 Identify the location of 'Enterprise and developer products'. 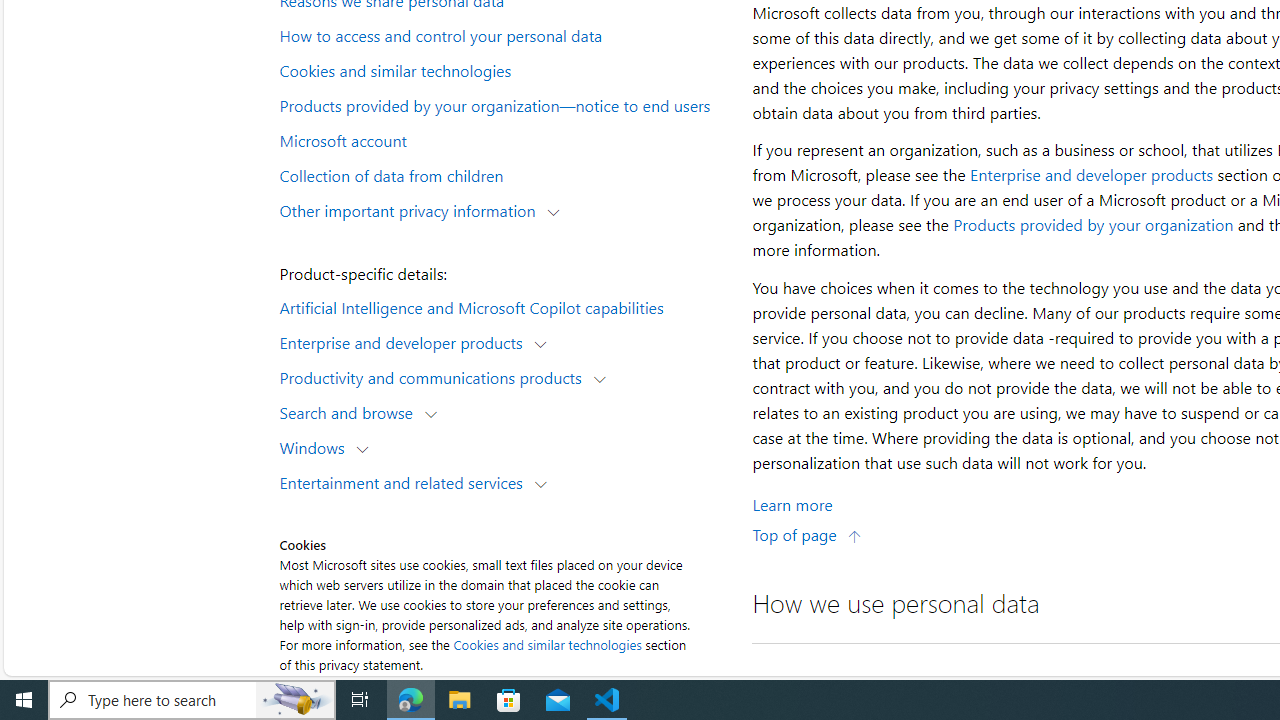
(1090, 173).